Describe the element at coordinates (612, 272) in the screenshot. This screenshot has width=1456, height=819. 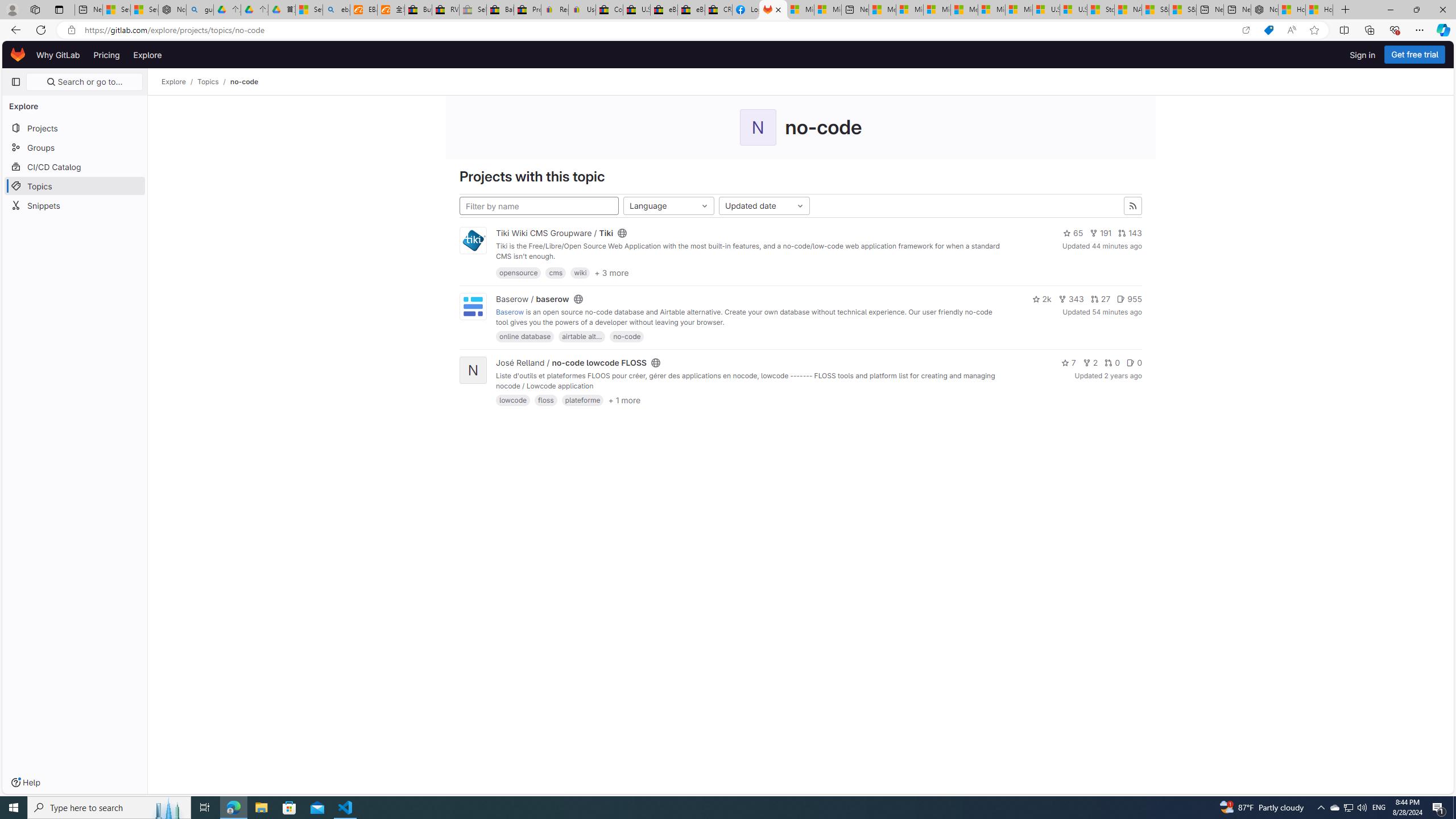
I see `'+ 3 more'` at that location.